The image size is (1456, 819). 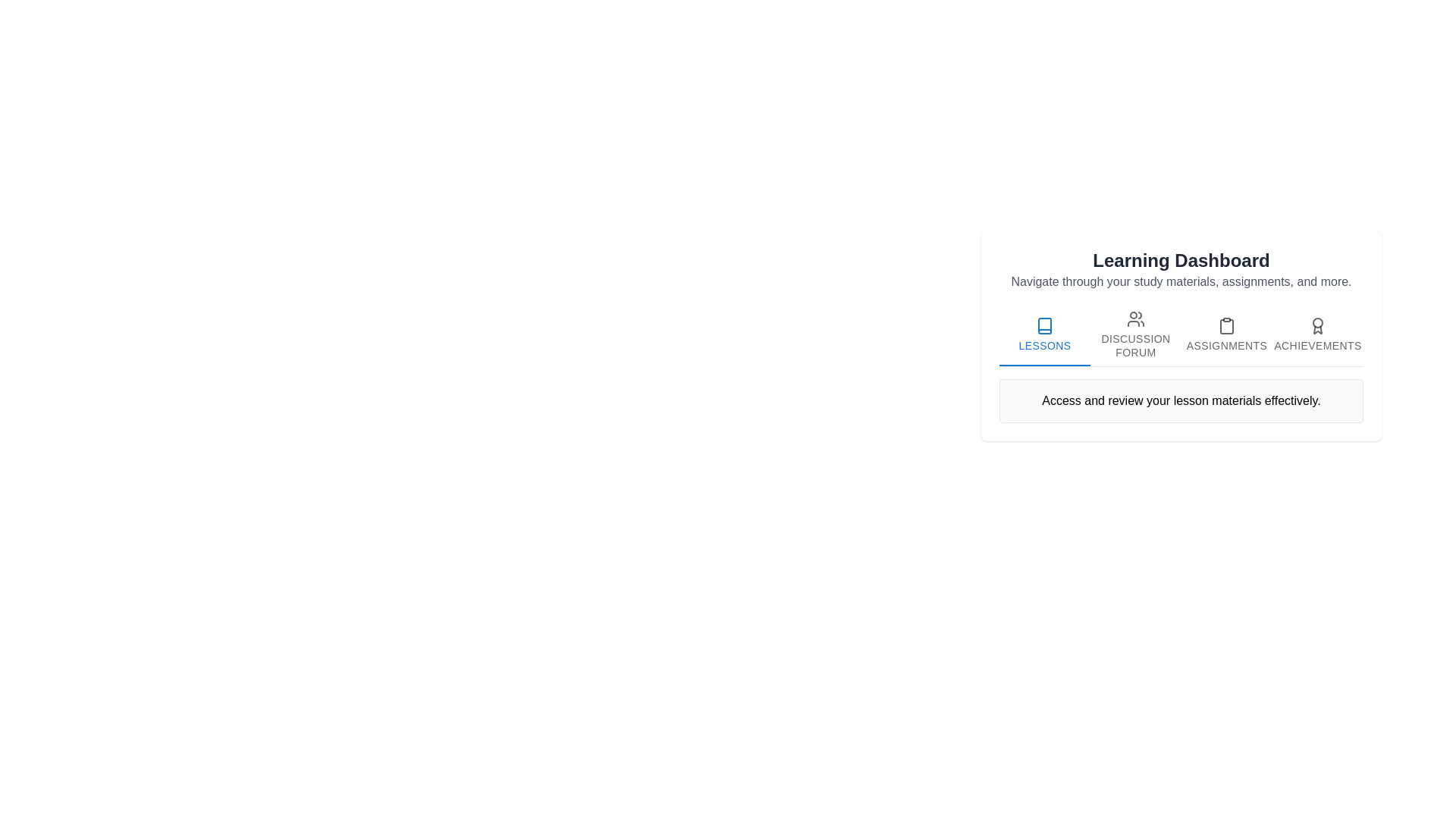 I want to click on the informational text block located centrally below the navigation tabs on the Learning Dashboard, so click(x=1181, y=400).